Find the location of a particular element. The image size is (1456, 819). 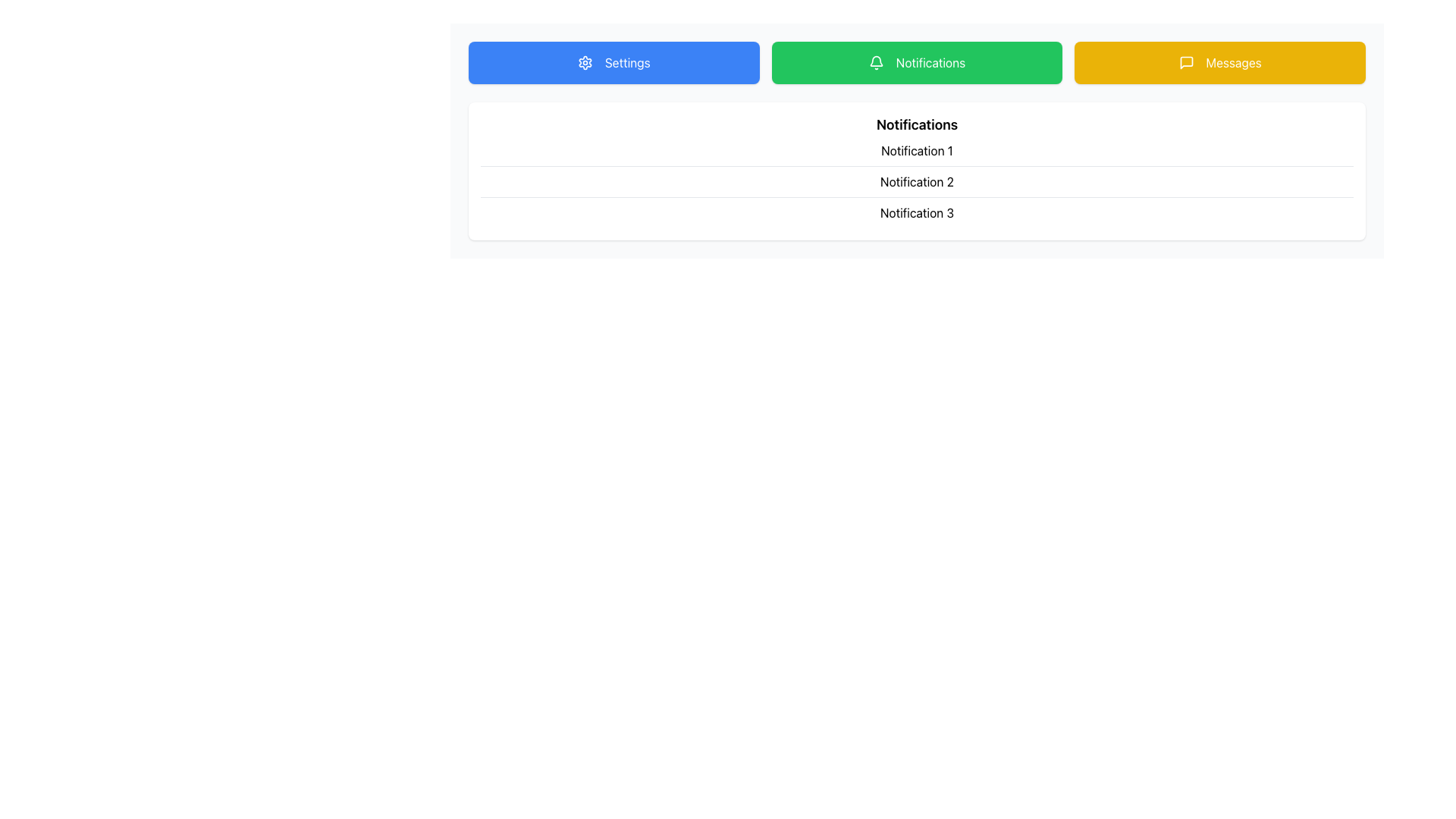

the context of the 'Messages' icon, which is a speech bubble within a yellow button located is located at coordinates (1185, 62).